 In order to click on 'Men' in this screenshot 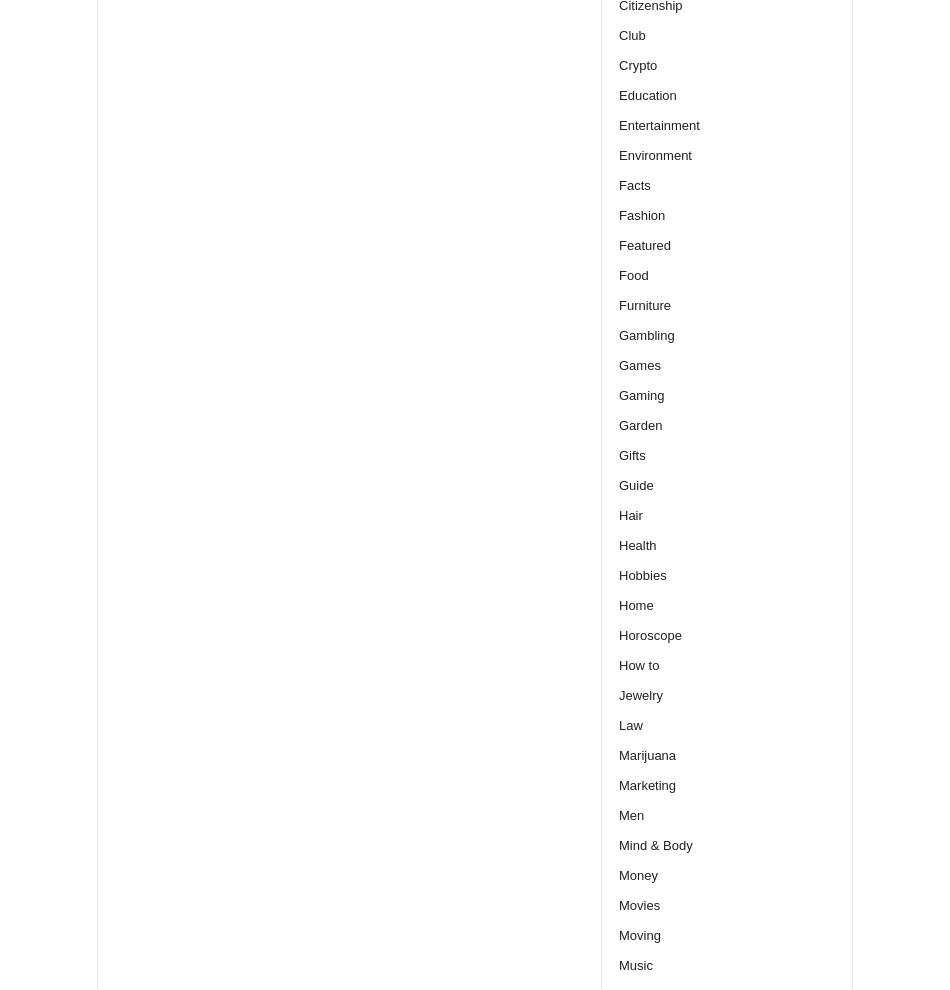, I will do `click(631, 813)`.